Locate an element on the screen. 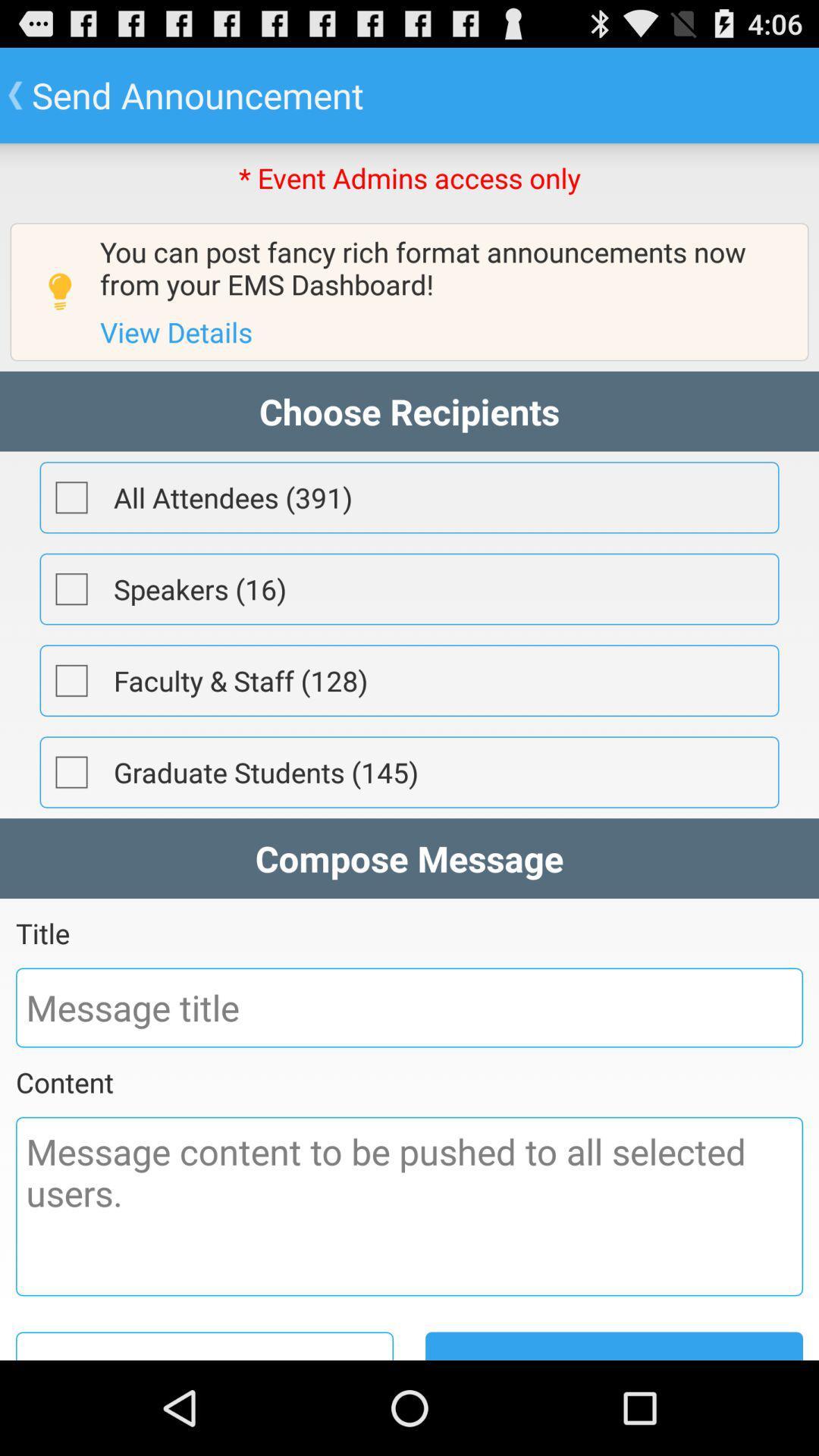  item is located at coordinates (71, 679).